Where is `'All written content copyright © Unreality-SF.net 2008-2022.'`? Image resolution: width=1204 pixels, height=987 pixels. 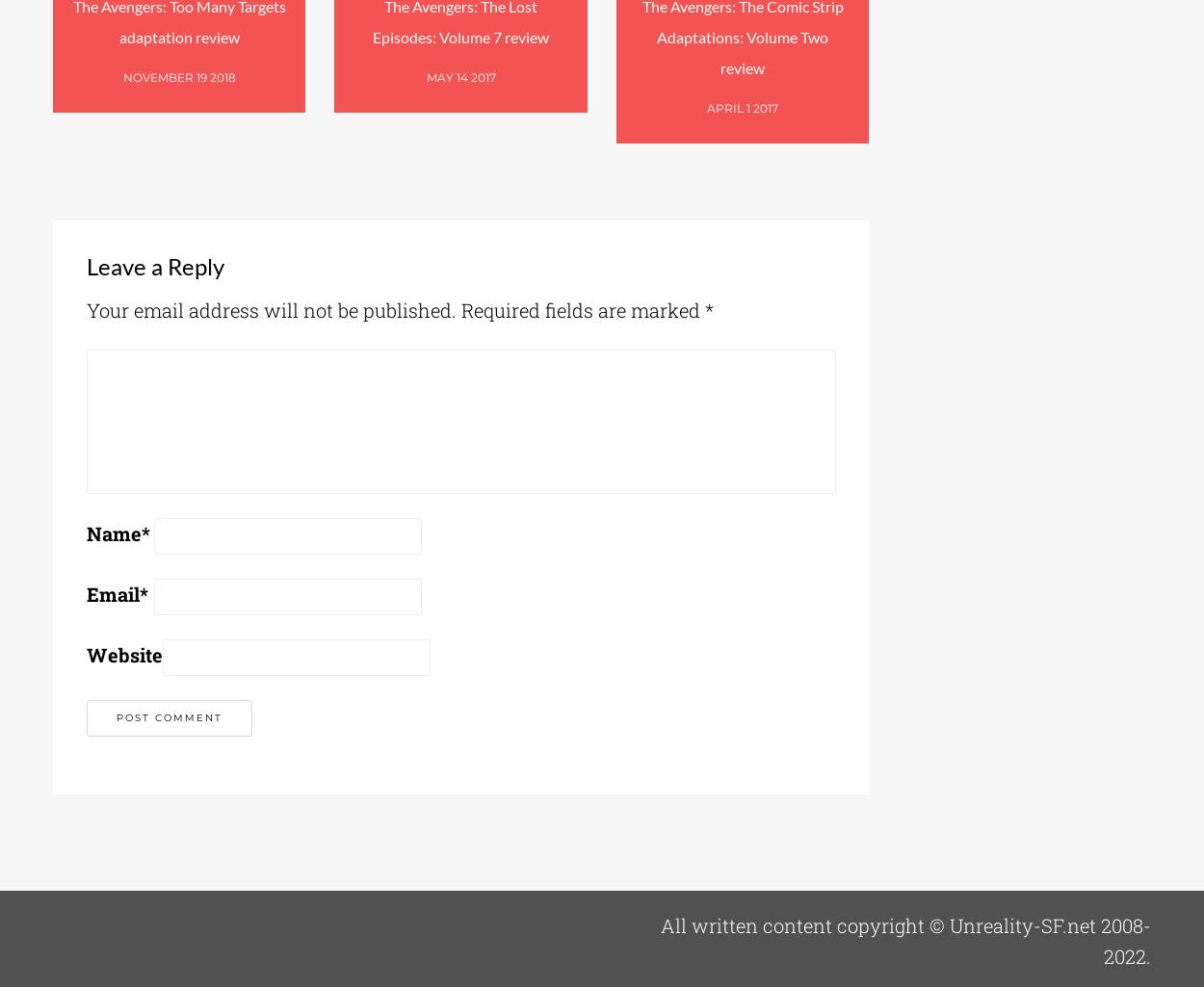
'All written content copyright © Unreality-SF.net 2008-2022.' is located at coordinates (904, 940).